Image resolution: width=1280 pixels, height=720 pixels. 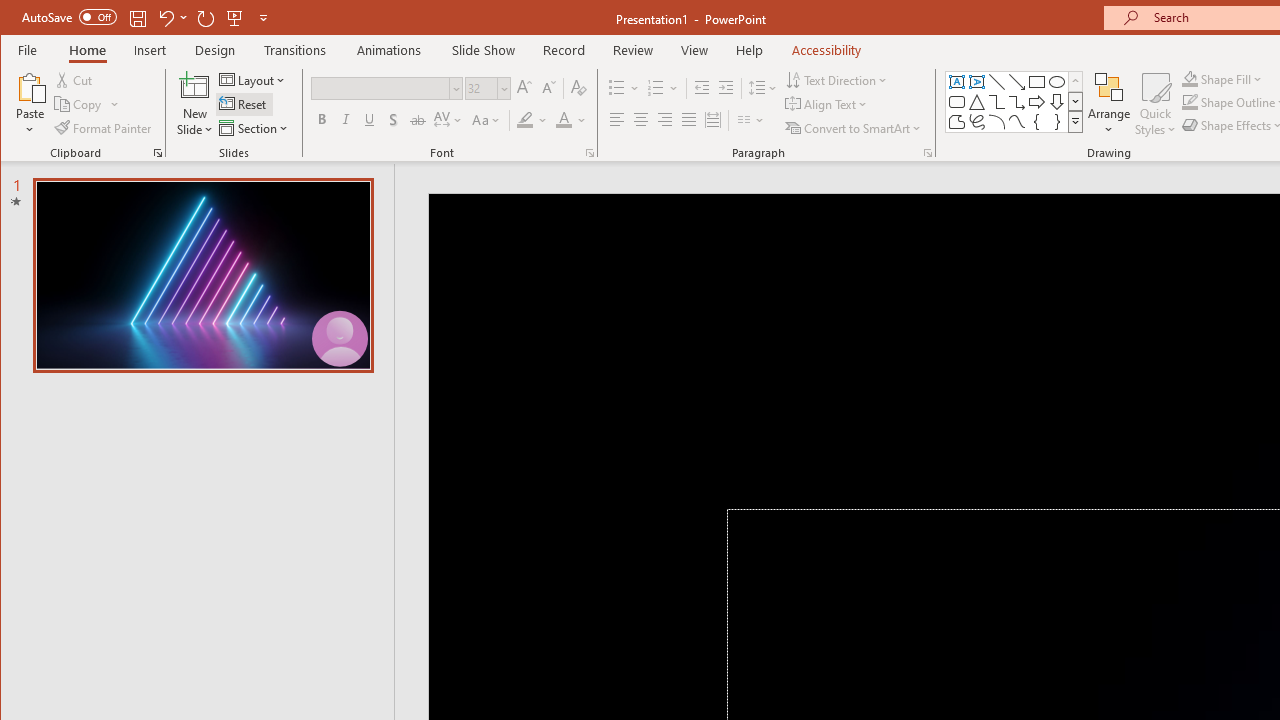 What do you see at coordinates (976, 81) in the screenshot?
I see `'Vertical Text Box'` at bounding box center [976, 81].